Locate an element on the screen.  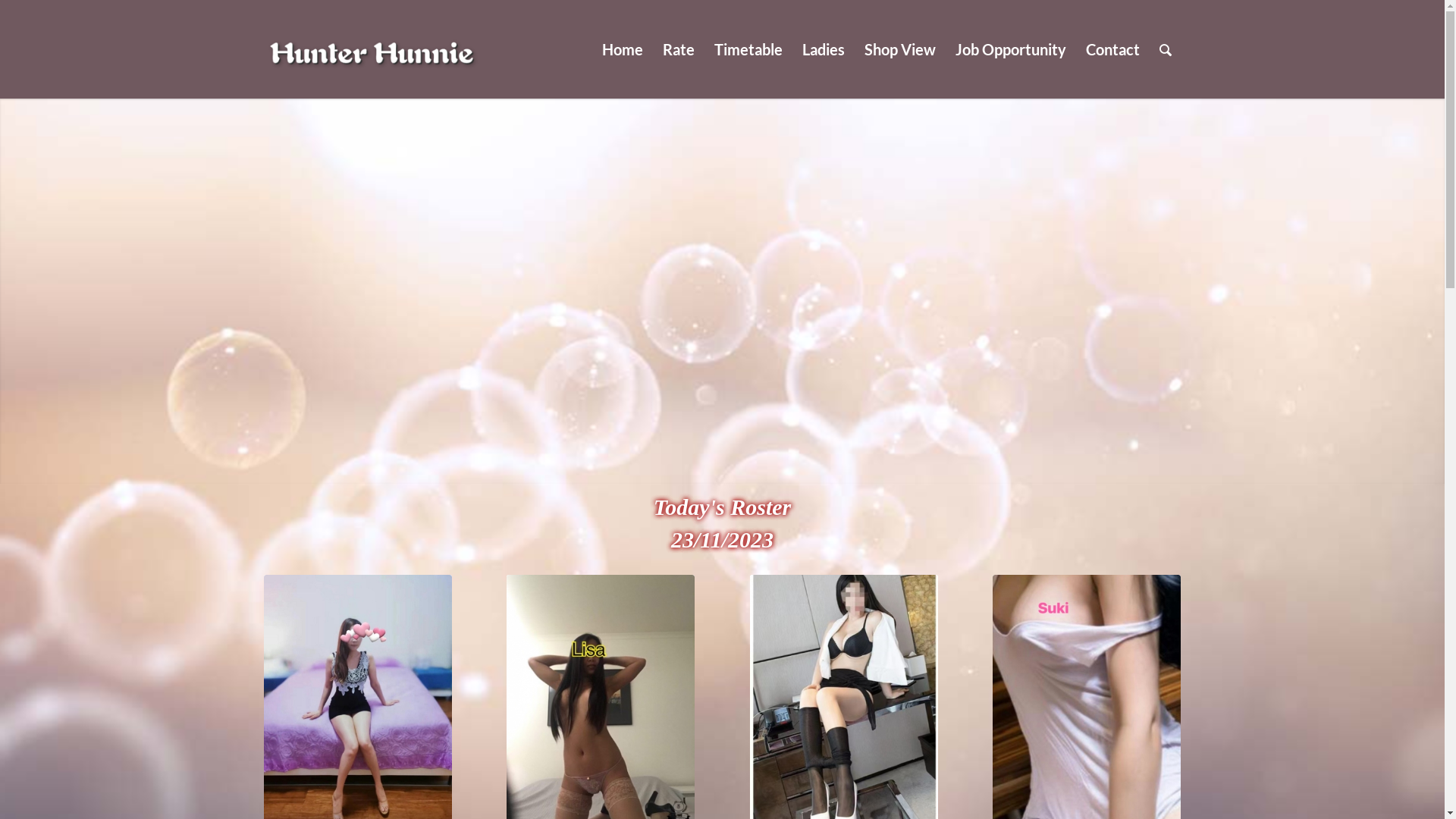
'Rate' is located at coordinates (676, 49).